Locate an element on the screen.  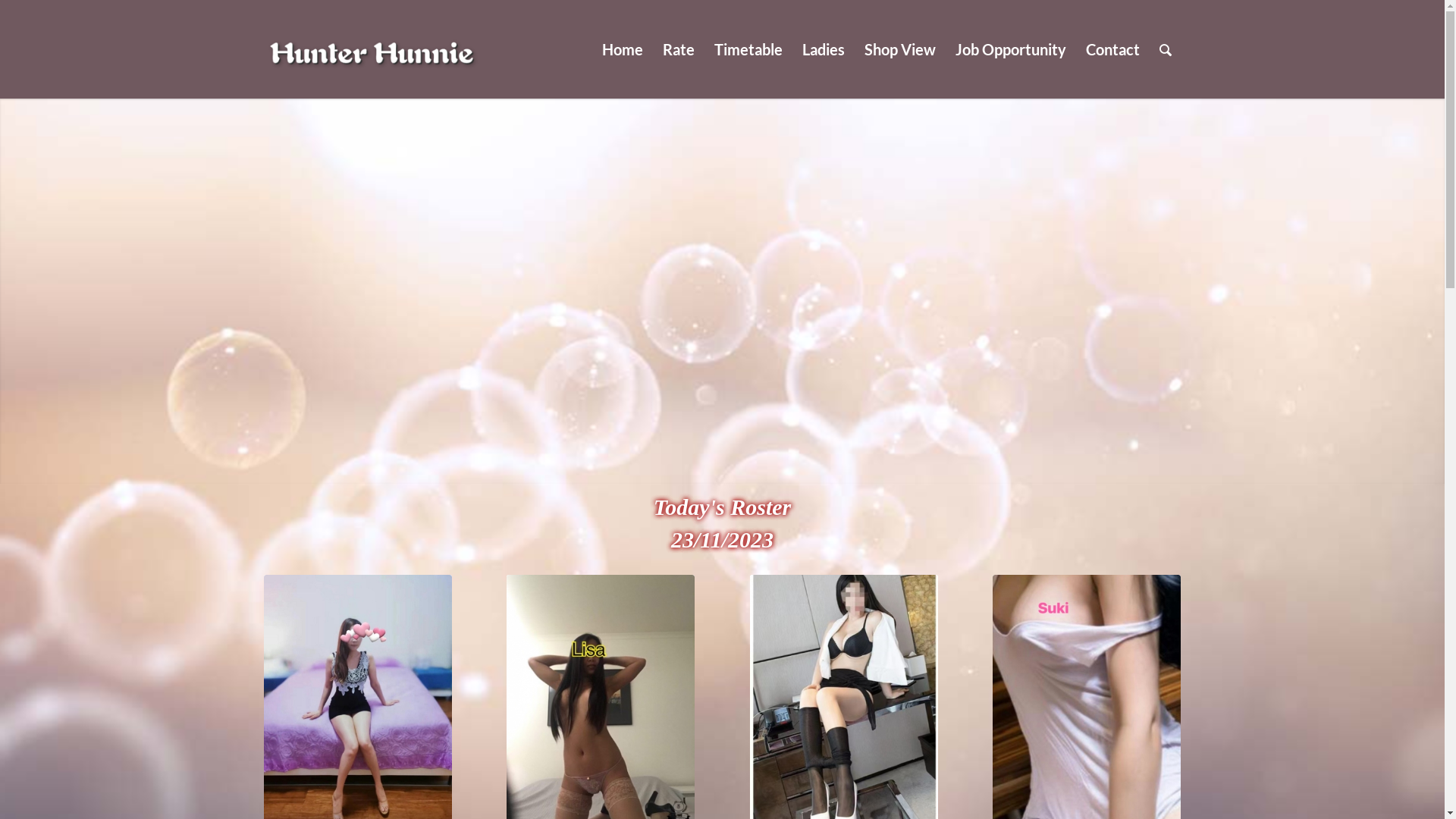
'Rate' is located at coordinates (676, 49).